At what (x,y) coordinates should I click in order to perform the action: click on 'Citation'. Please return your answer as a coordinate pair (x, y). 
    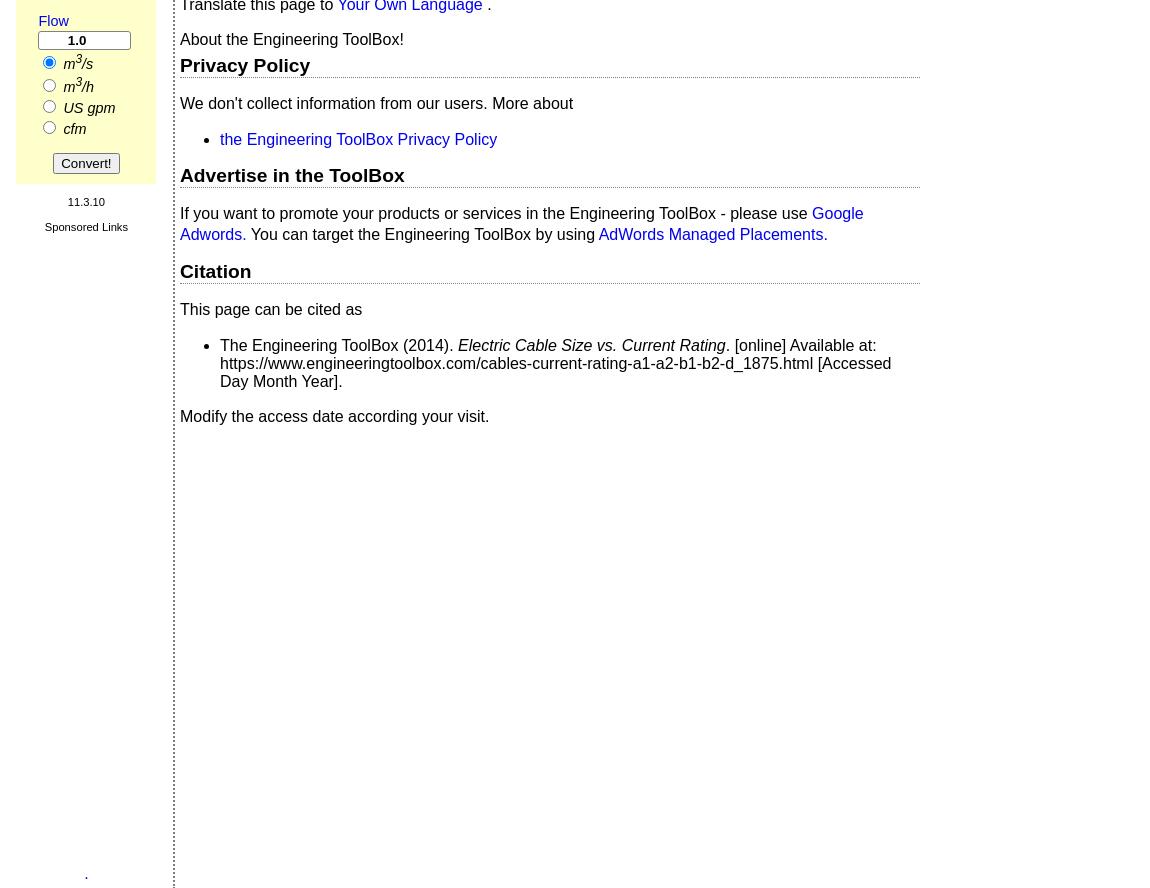
    Looking at the image, I should click on (178, 271).